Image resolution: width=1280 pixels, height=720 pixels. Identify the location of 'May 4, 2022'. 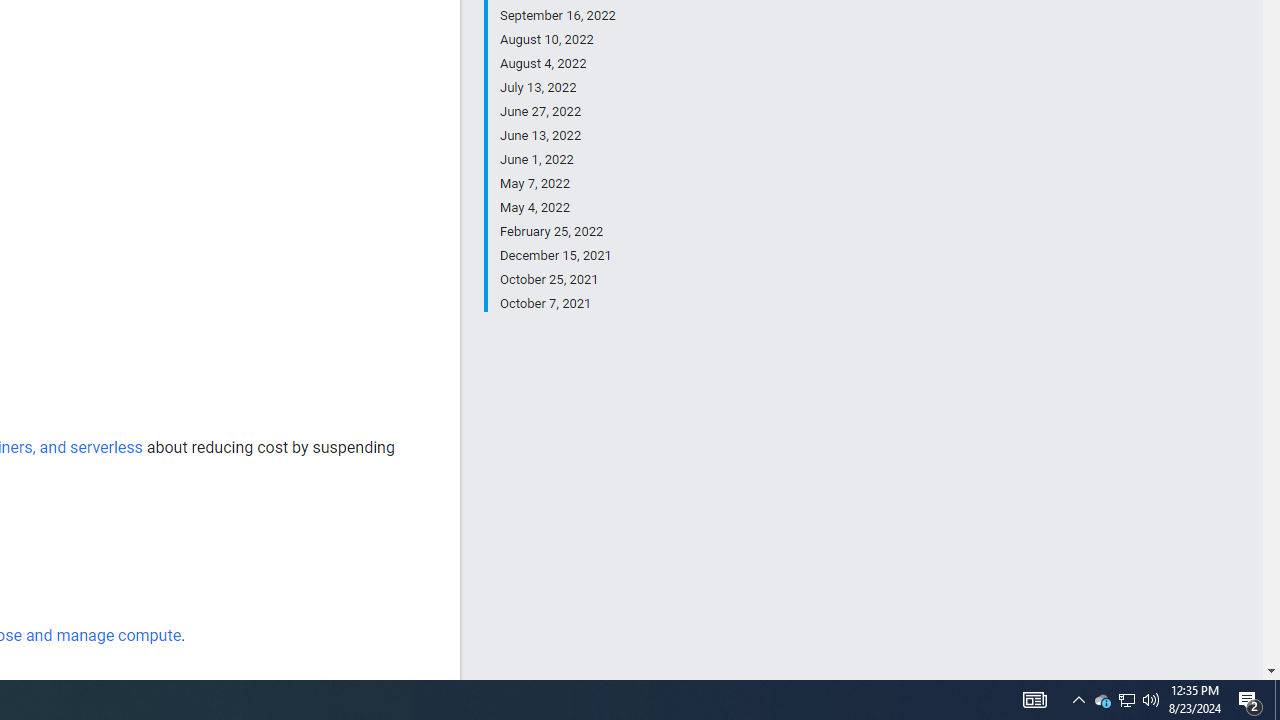
(557, 208).